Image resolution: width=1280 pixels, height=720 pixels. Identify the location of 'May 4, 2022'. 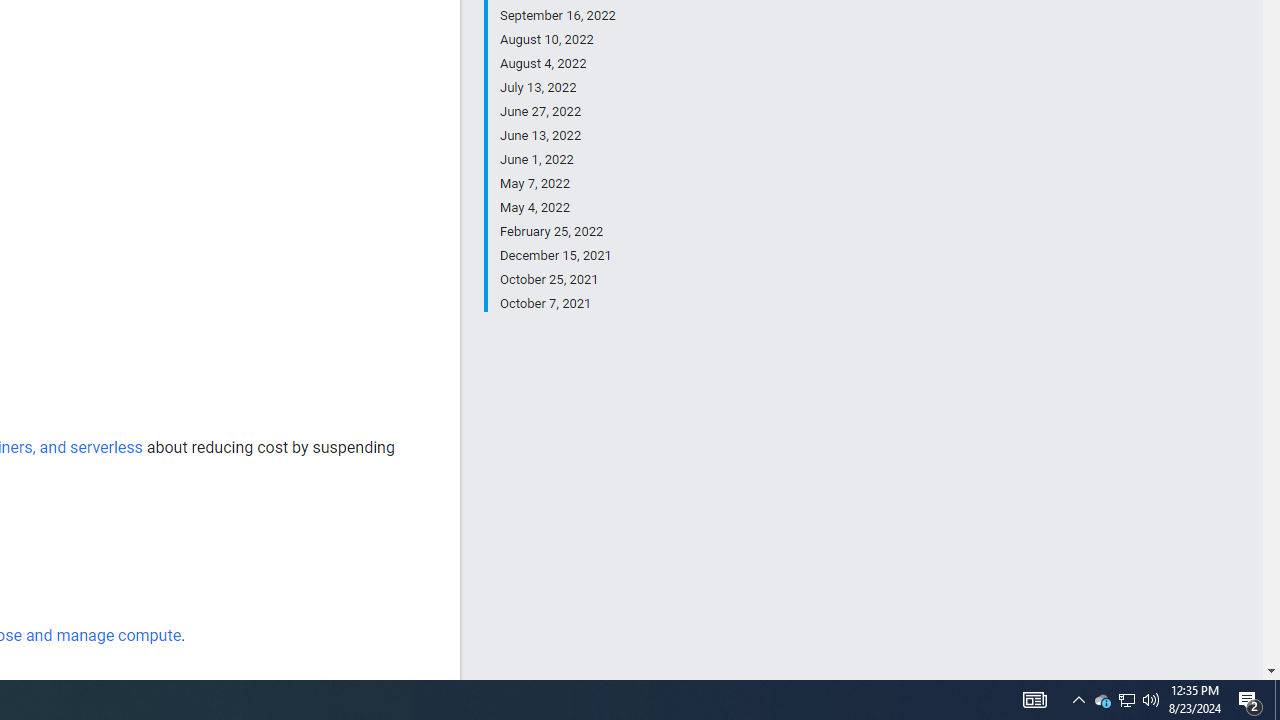
(557, 208).